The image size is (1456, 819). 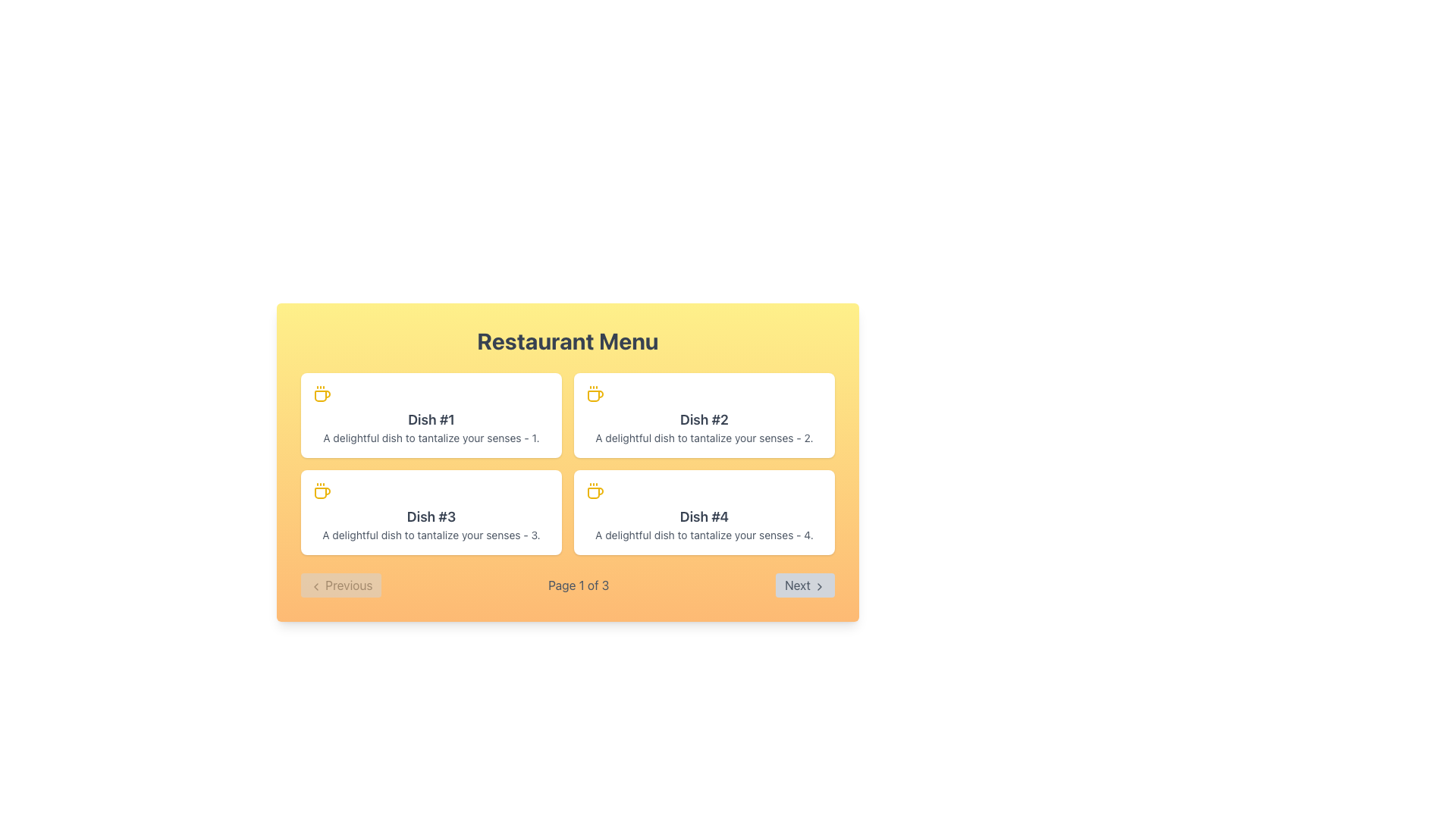 I want to click on the text label that reads 'A delightful dish to tantalize your senses - 4.', which is located directly below the title 'Dish #4', so click(x=704, y=534).